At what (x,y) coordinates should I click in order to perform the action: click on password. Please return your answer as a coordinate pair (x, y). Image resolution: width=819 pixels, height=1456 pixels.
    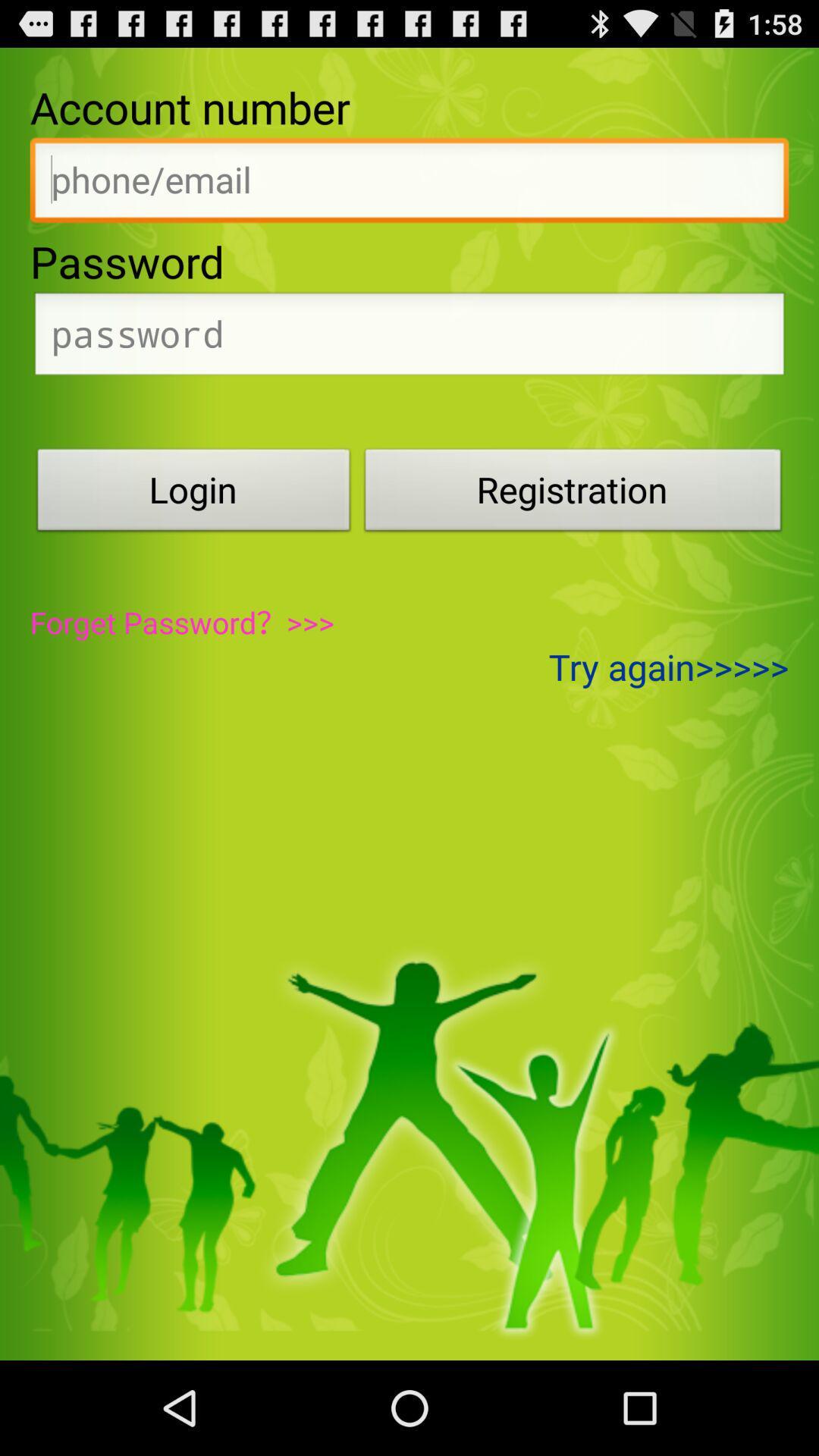
    Looking at the image, I should click on (409, 337).